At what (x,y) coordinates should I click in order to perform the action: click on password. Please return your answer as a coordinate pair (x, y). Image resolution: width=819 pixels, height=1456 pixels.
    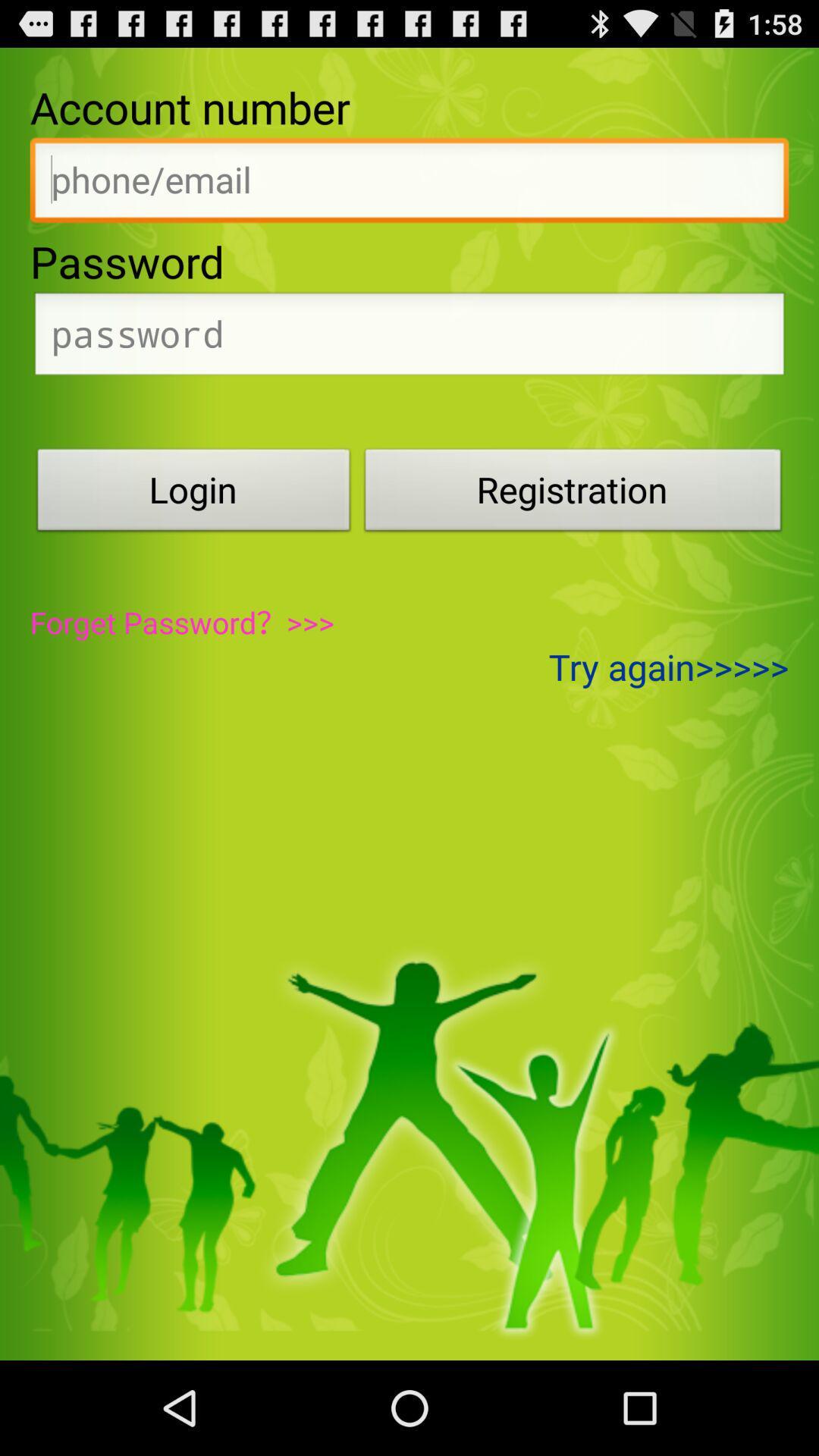
    Looking at the image, I should click on (409, 337).